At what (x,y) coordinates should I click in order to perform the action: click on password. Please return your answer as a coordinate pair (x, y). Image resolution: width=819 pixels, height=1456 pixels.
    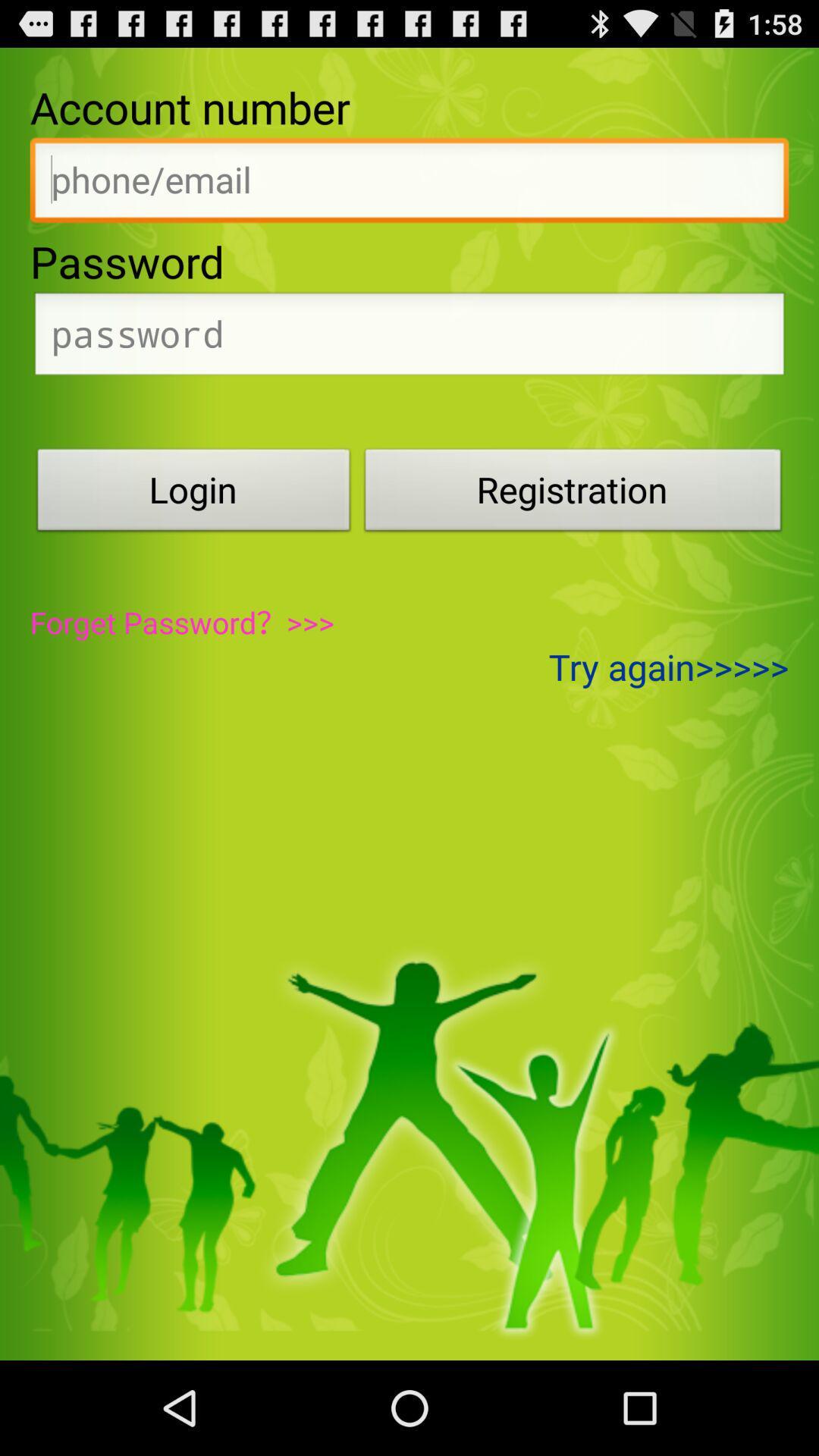
    Looking at the image, I should click on (409, 337).